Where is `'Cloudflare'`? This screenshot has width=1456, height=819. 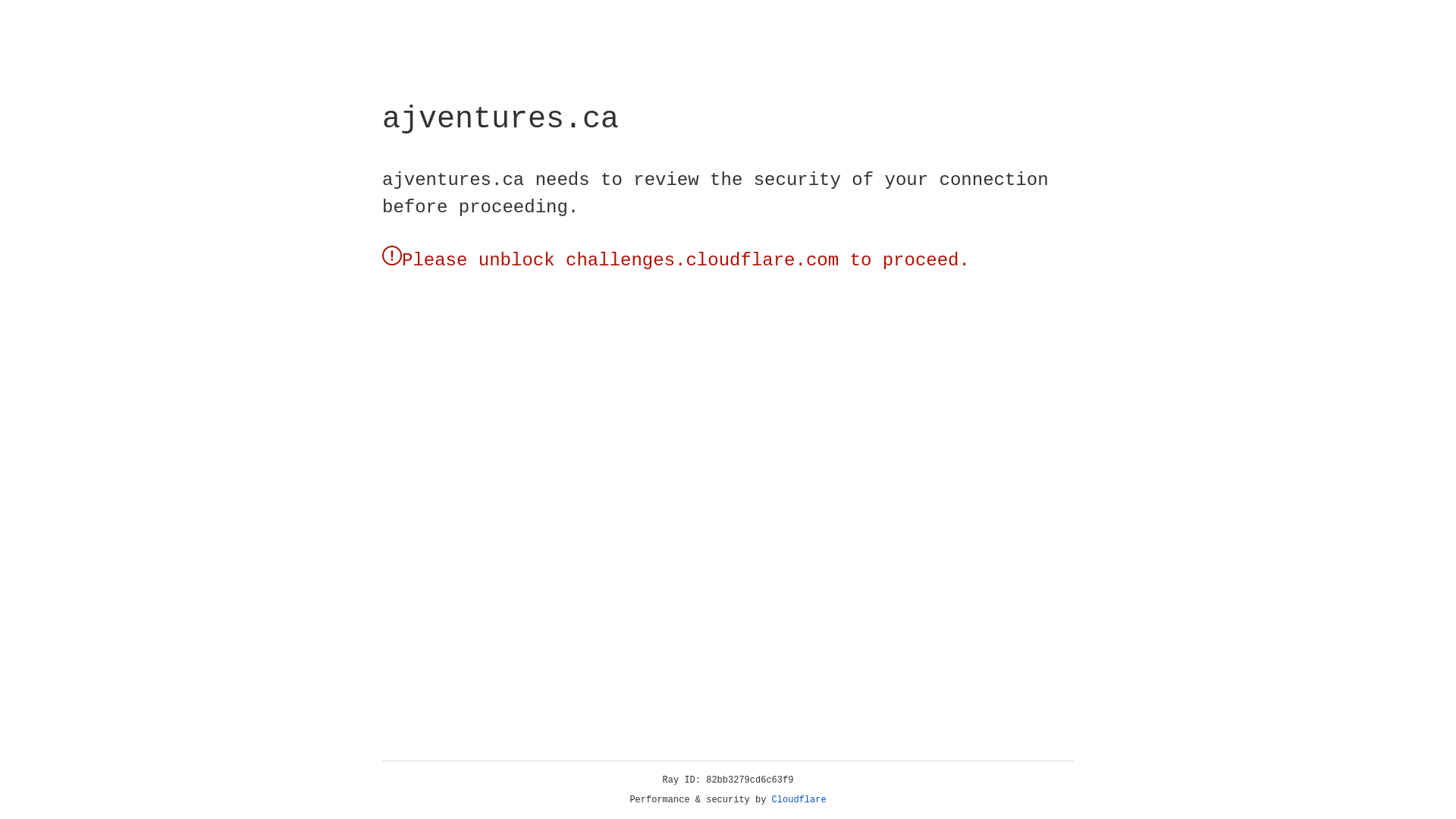
'Cloudflare' is located at coordinates (799, 799).